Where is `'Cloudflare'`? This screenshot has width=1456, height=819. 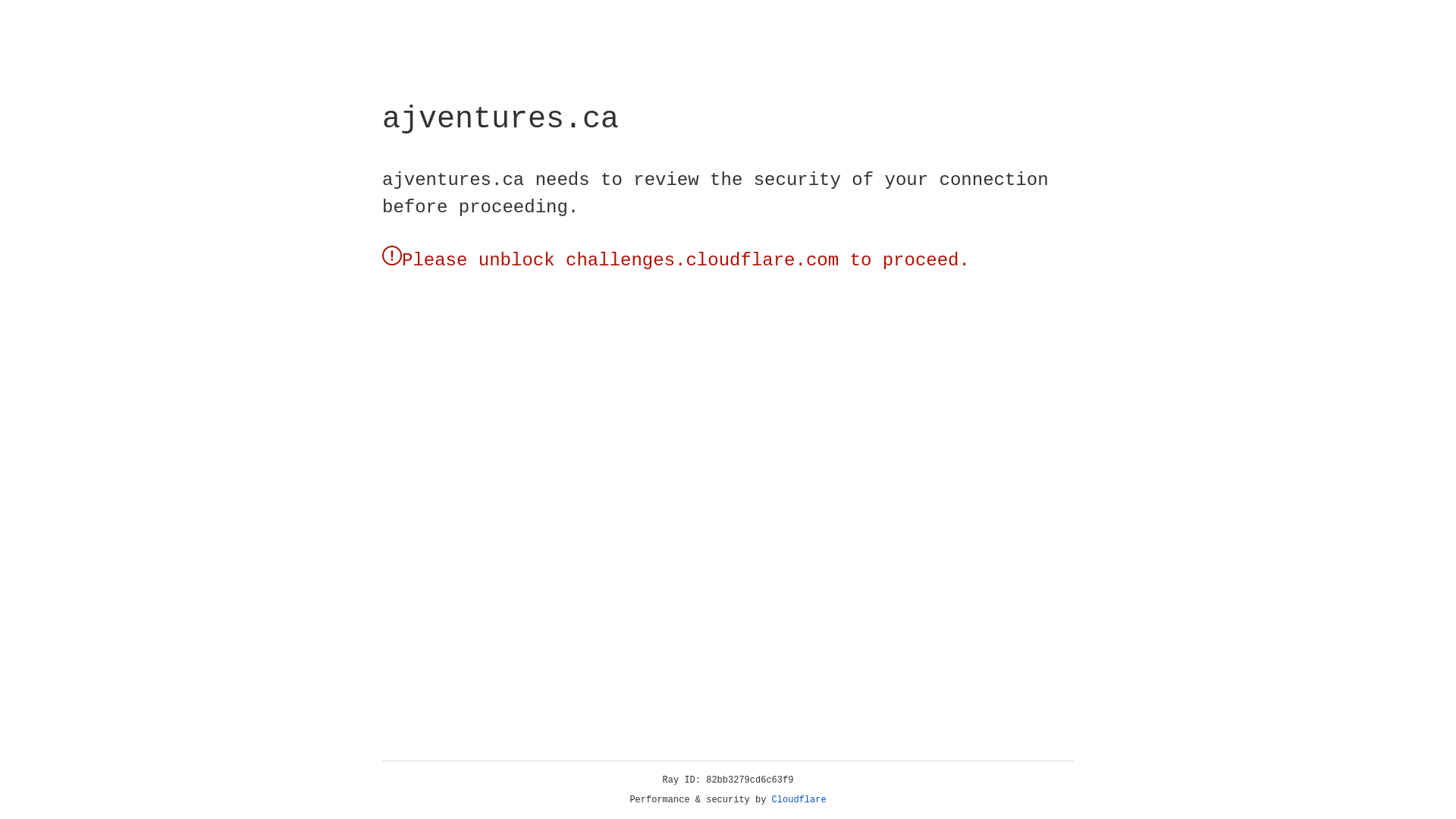
'Cloudflare' is located at coordinates (799, 799).